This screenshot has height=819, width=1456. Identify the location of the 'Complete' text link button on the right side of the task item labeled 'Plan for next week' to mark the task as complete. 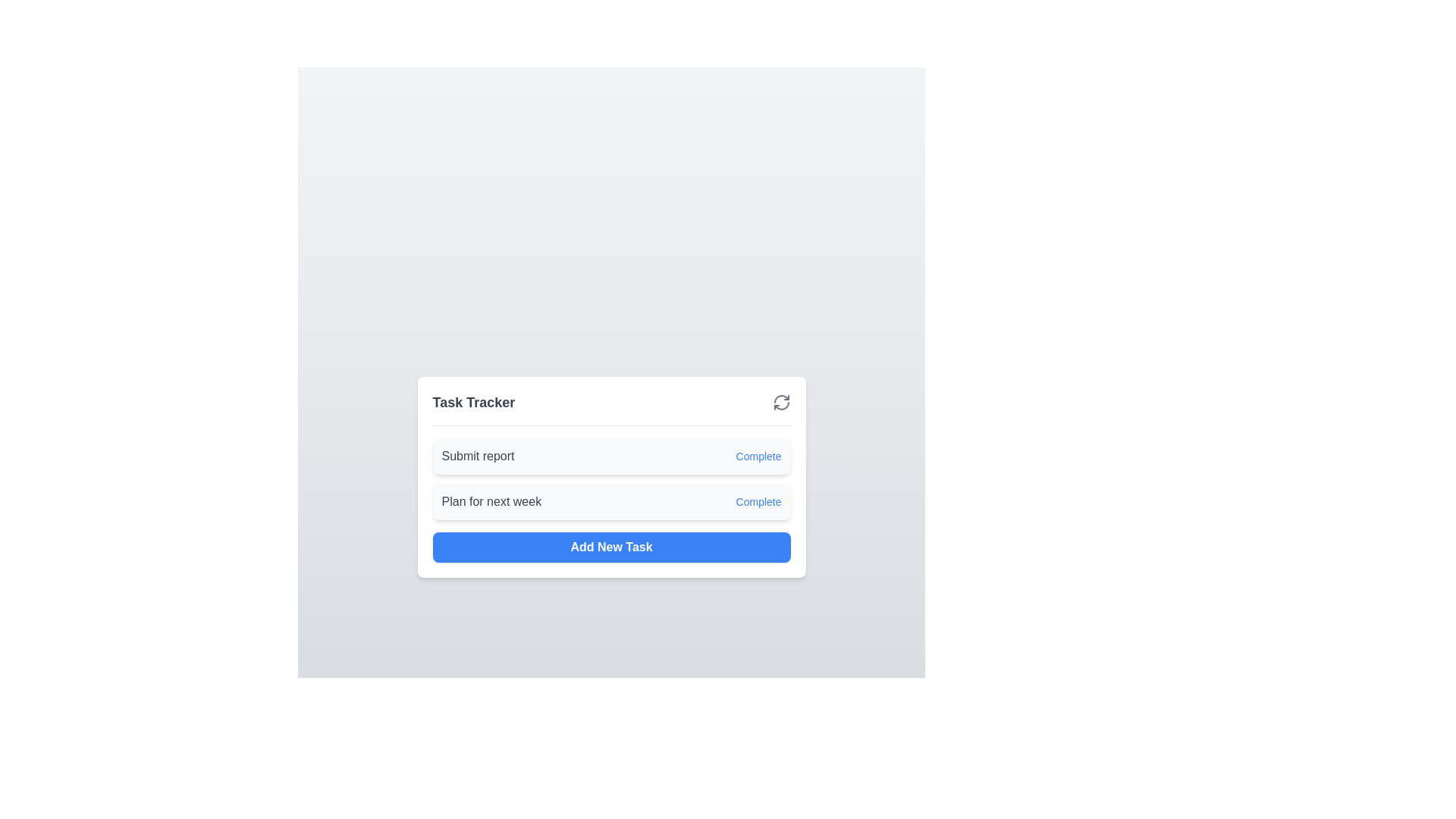
(758, 501).